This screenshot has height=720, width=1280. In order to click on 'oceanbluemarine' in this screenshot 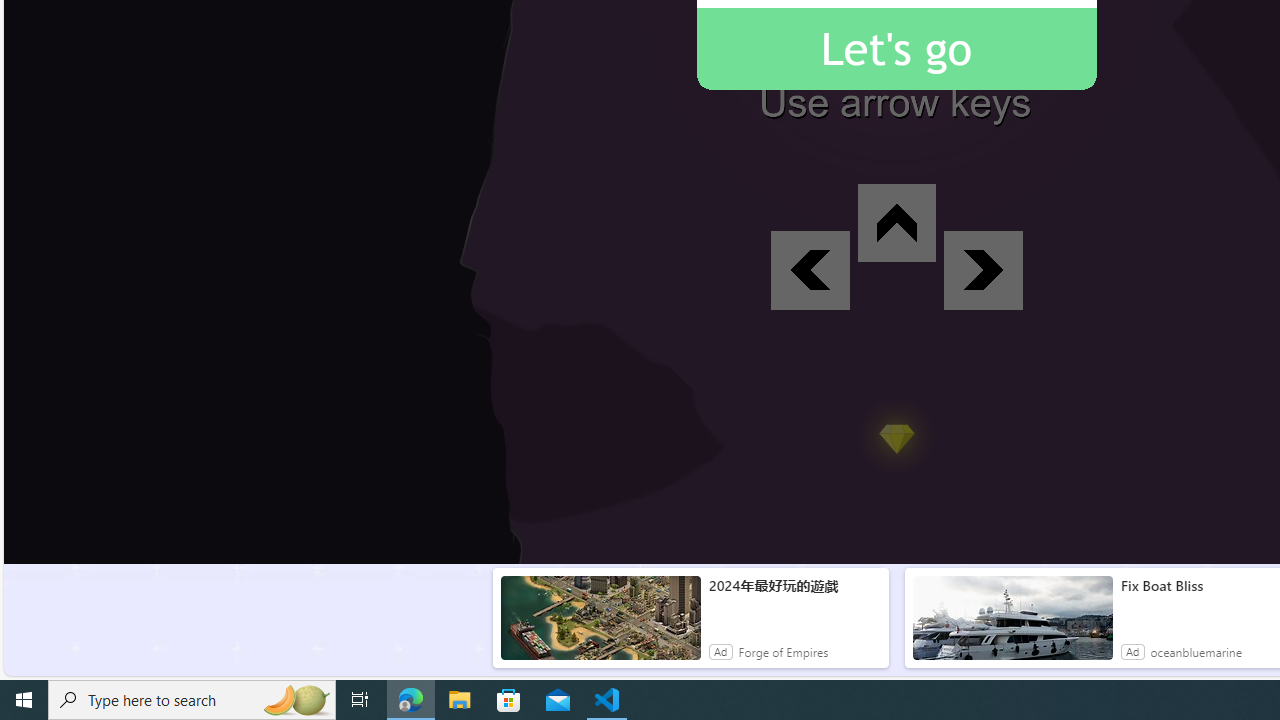, I will do `click(1195, 651)`.